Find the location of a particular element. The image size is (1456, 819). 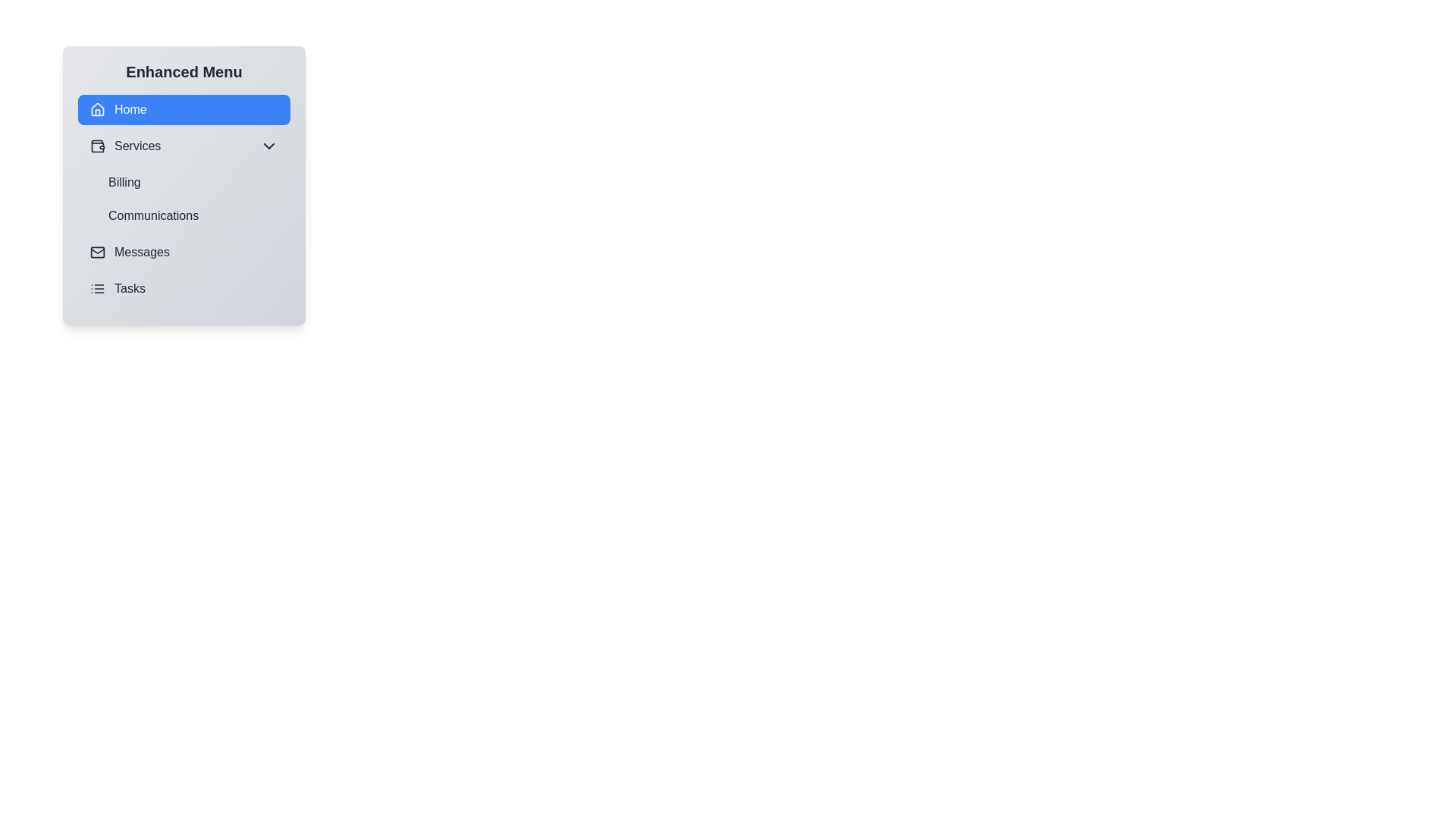

the 'Communications' menu item located below the 'Billing' label is located at coordinates (192, 216).